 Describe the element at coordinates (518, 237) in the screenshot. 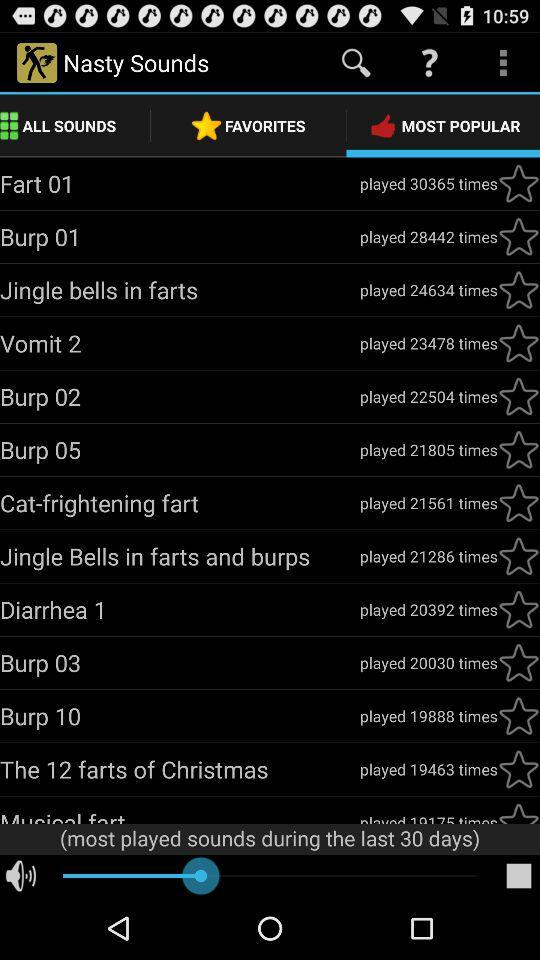

I see `this option select favorite option` at that location.